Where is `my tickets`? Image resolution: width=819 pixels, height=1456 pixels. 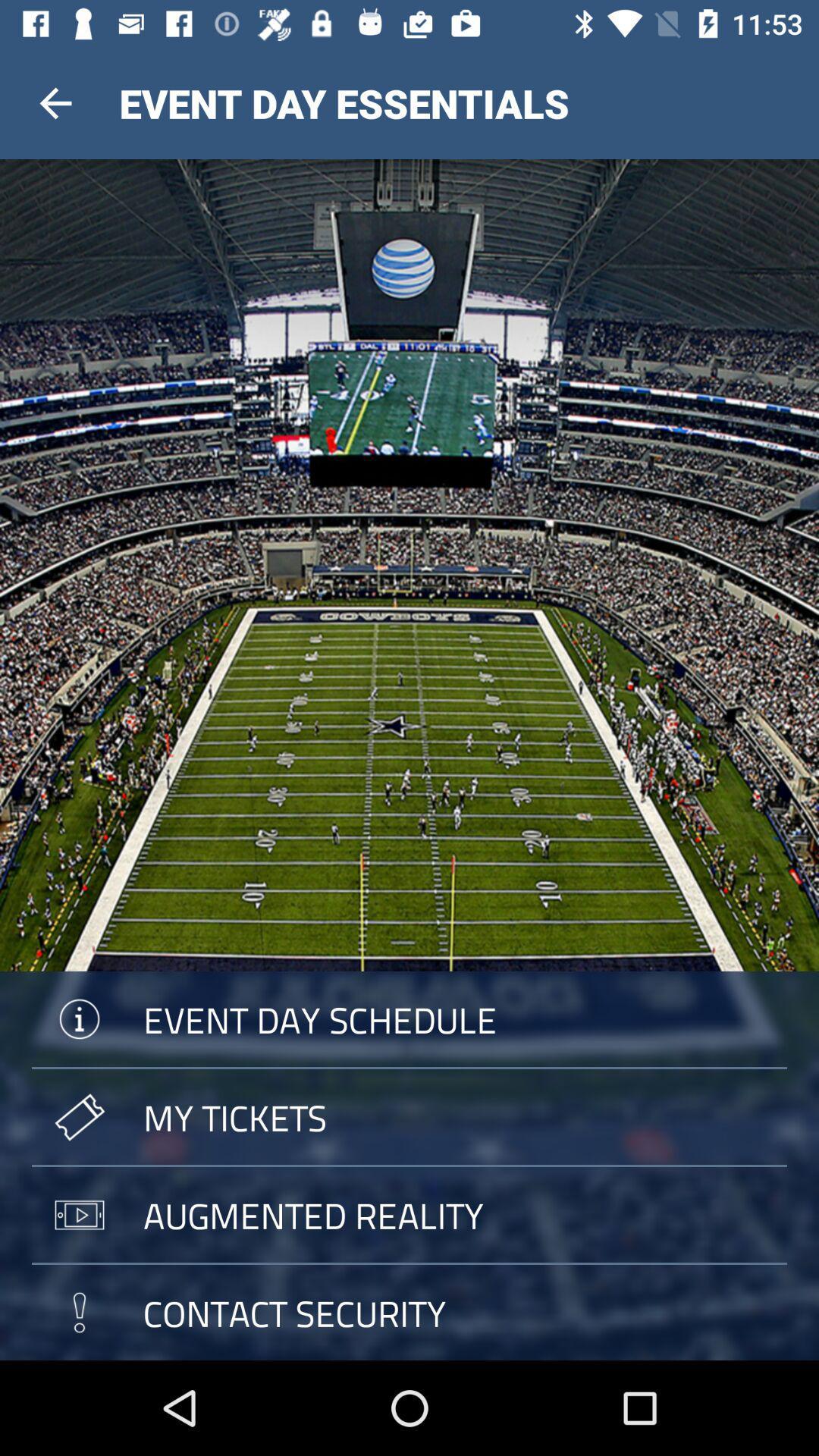 my tickets is located at coordinates (409, 1117).